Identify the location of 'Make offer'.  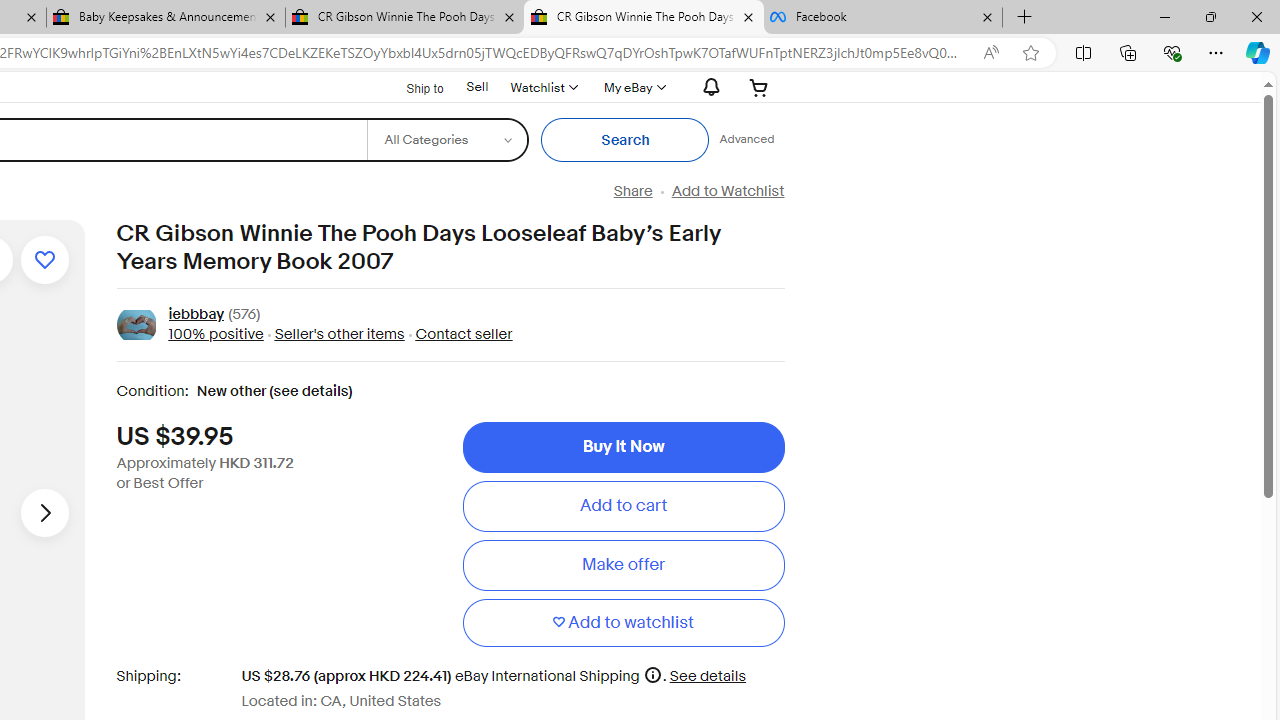
(622, 565).